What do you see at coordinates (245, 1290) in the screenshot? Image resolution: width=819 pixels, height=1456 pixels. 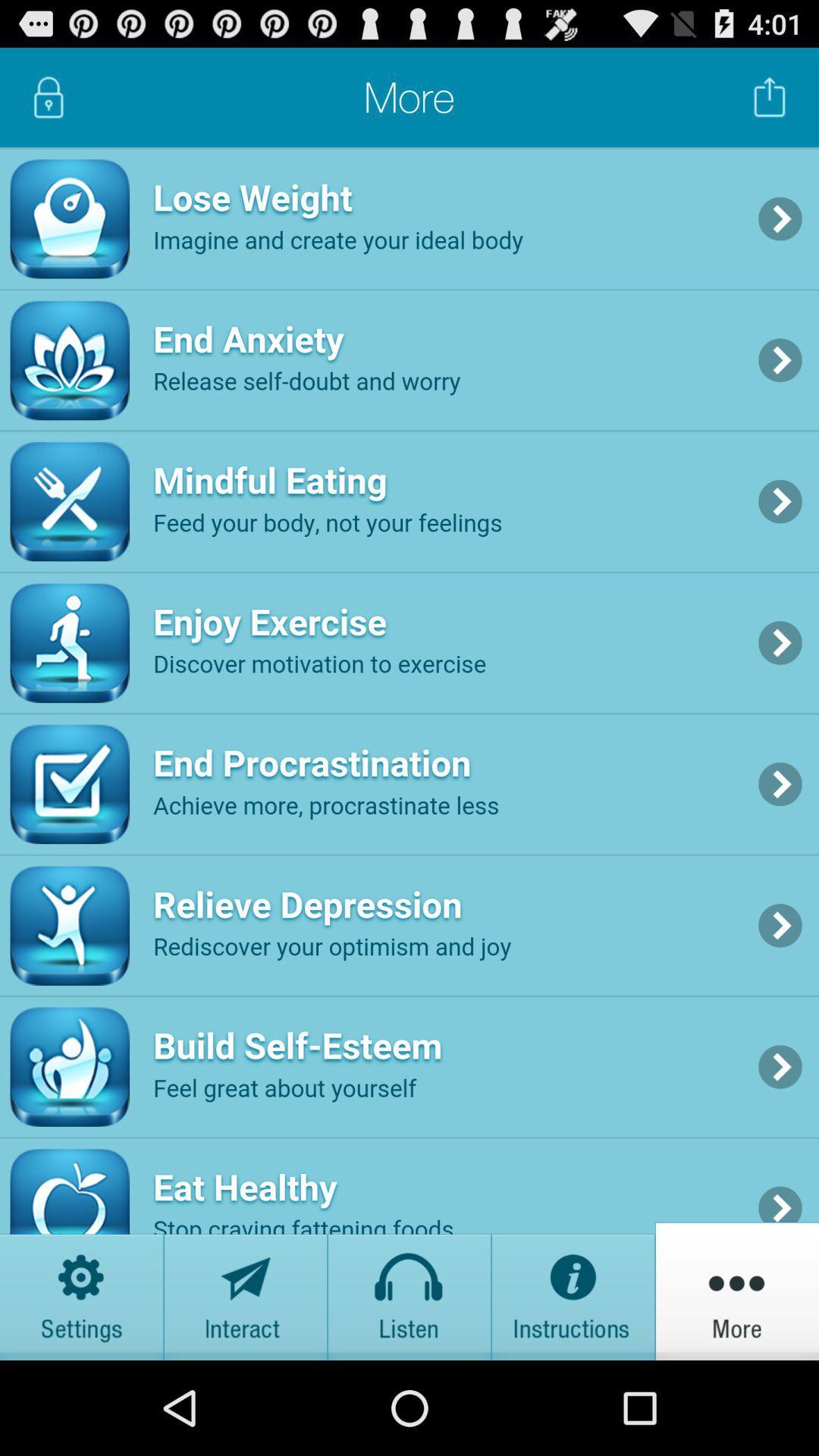 I see `interact` at bounding box center [245, 1290].